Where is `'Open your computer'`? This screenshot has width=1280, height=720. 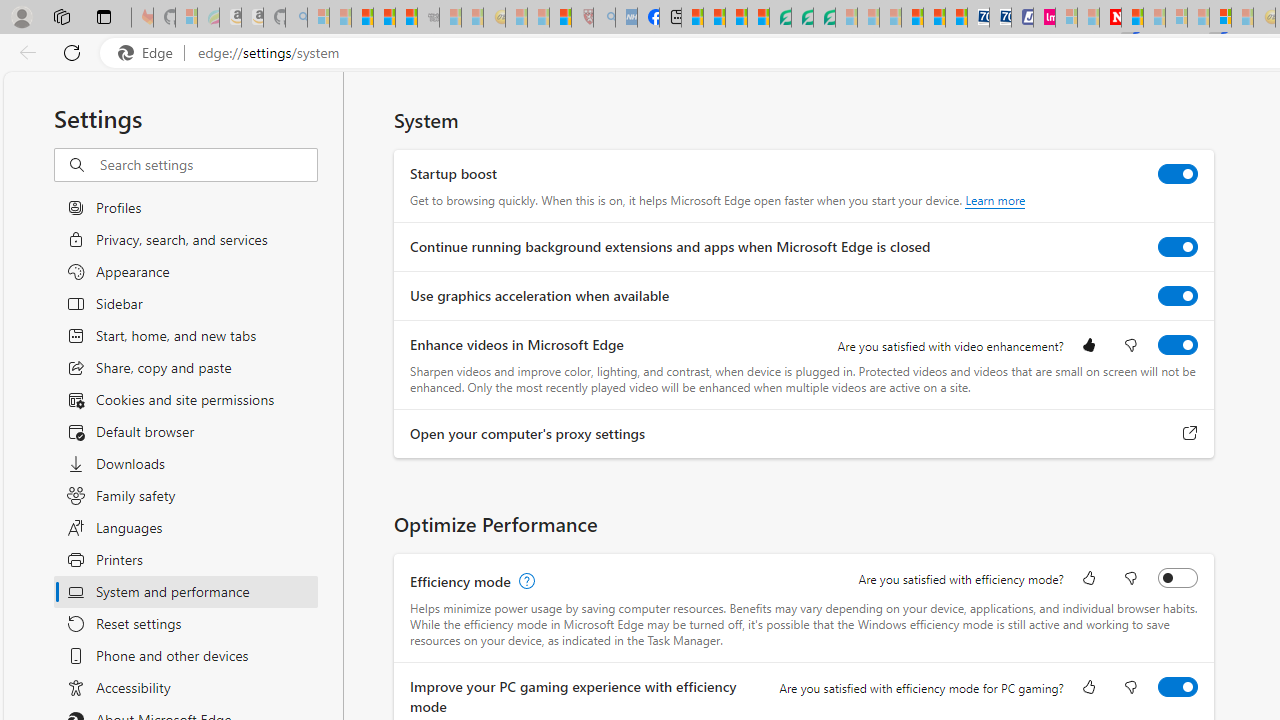 'Open your computer' is located at coordinates (1190, 433).